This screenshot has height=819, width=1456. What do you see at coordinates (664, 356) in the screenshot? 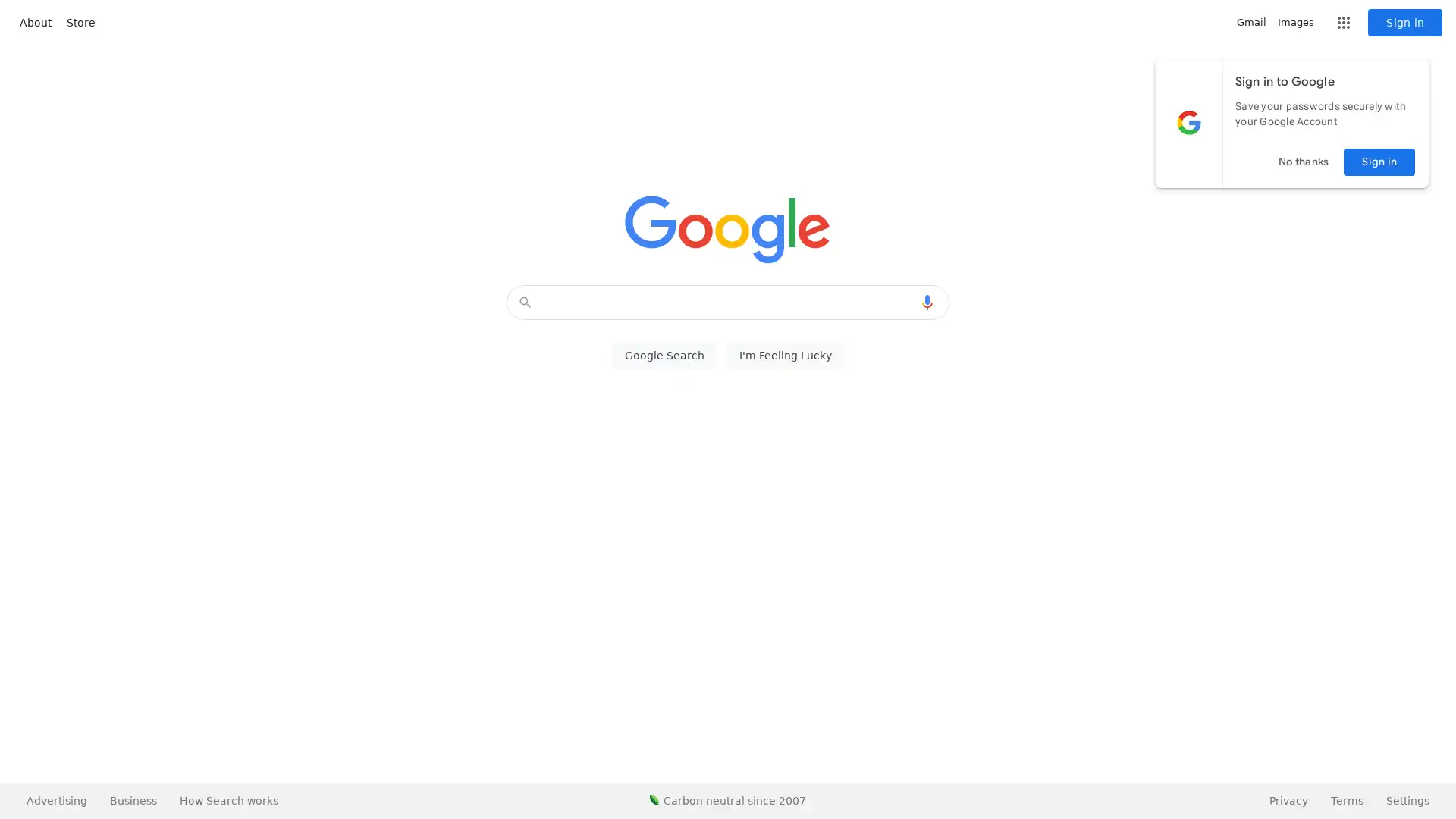
I see `Google Search` at bounding box center [664, 356].